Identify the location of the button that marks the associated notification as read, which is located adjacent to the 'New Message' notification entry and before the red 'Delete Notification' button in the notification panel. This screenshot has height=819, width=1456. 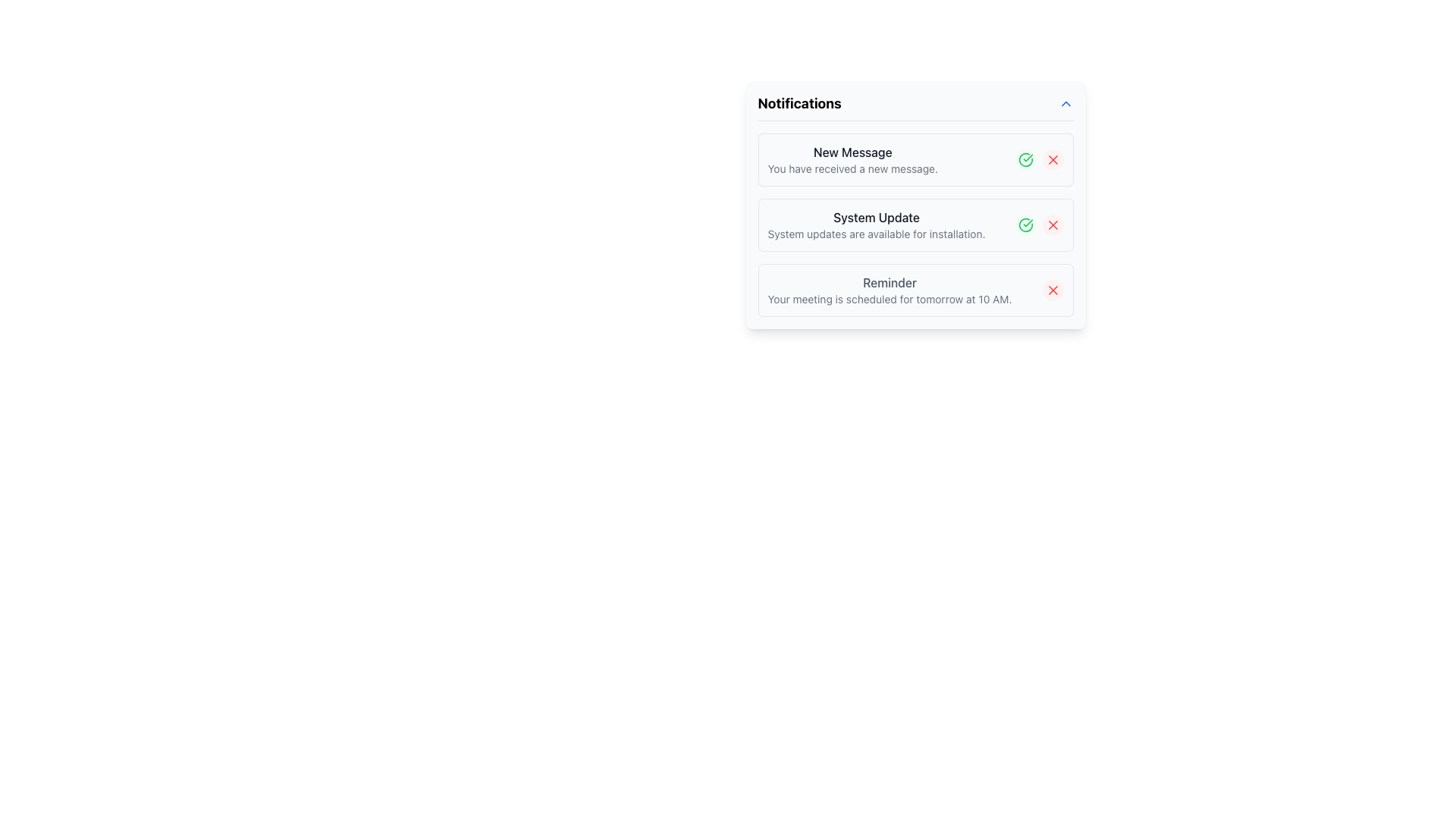
(1025, 160).